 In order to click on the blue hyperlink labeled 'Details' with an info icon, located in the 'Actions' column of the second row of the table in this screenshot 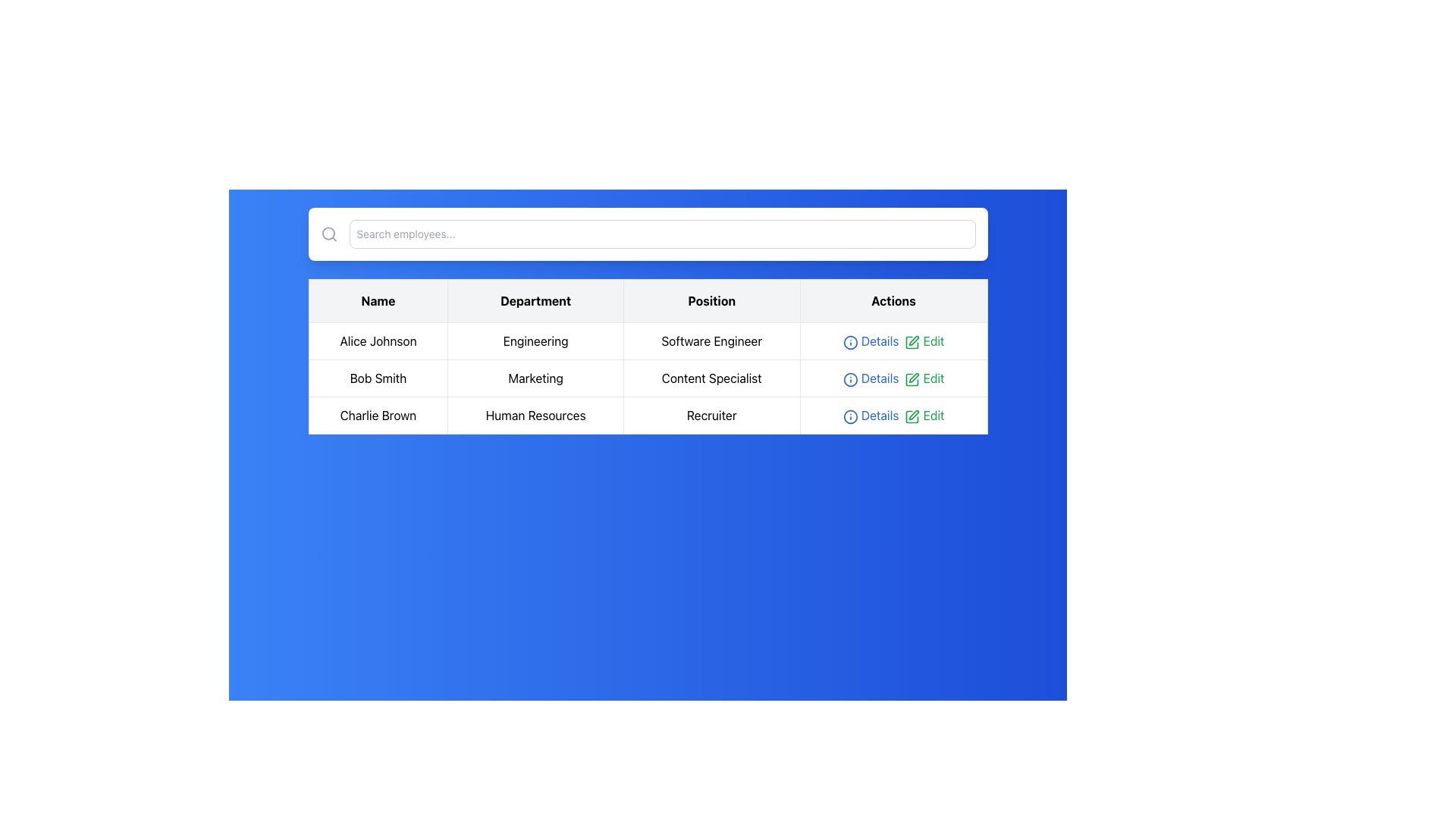, I will do `click(871, 377)`.